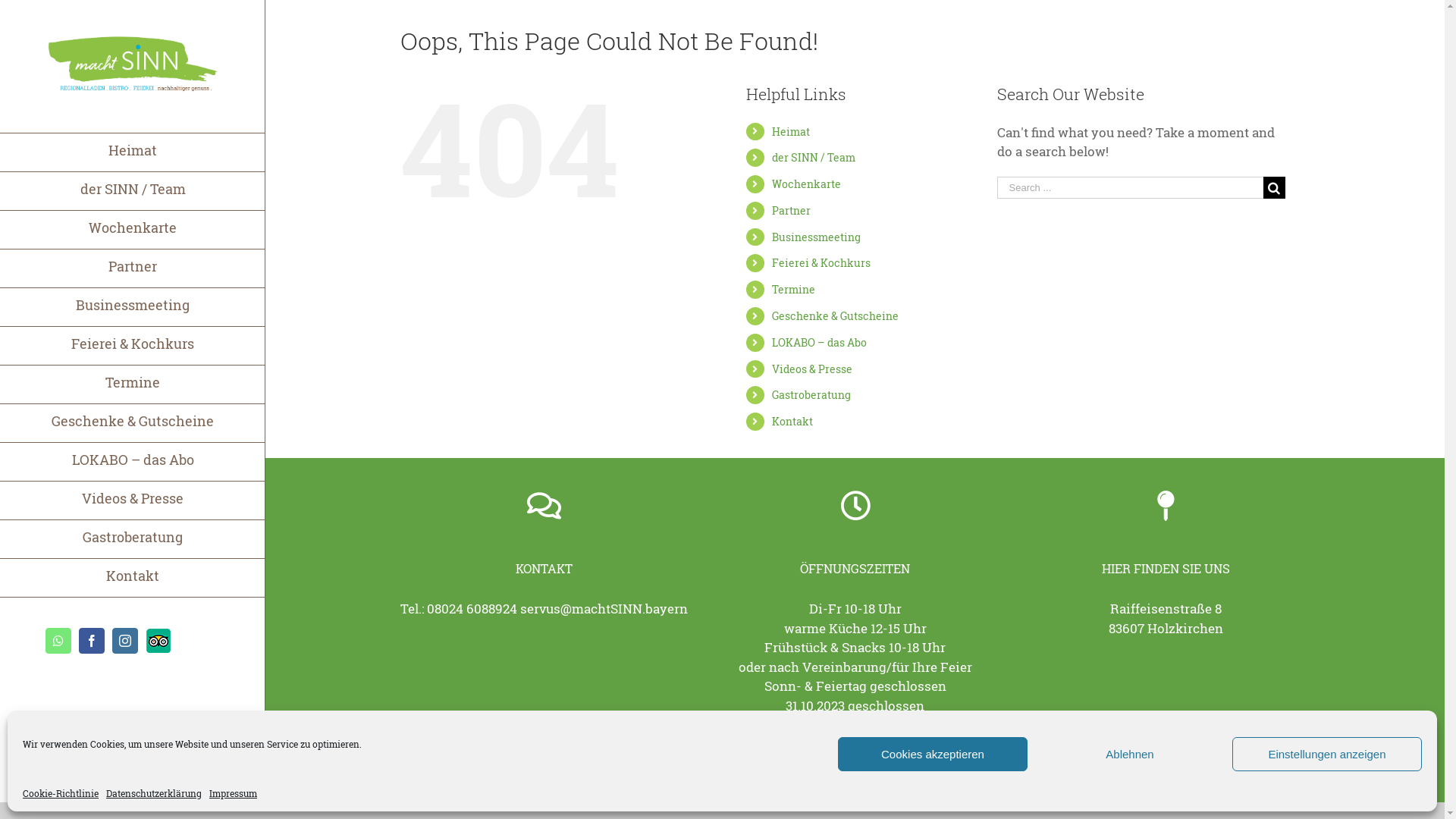 This screenshot has width=1456, height=819. What do you see at coordinates (45, 640) in the screenshot?
I see `'Whatsapp'` at bounding box center [45, 640].